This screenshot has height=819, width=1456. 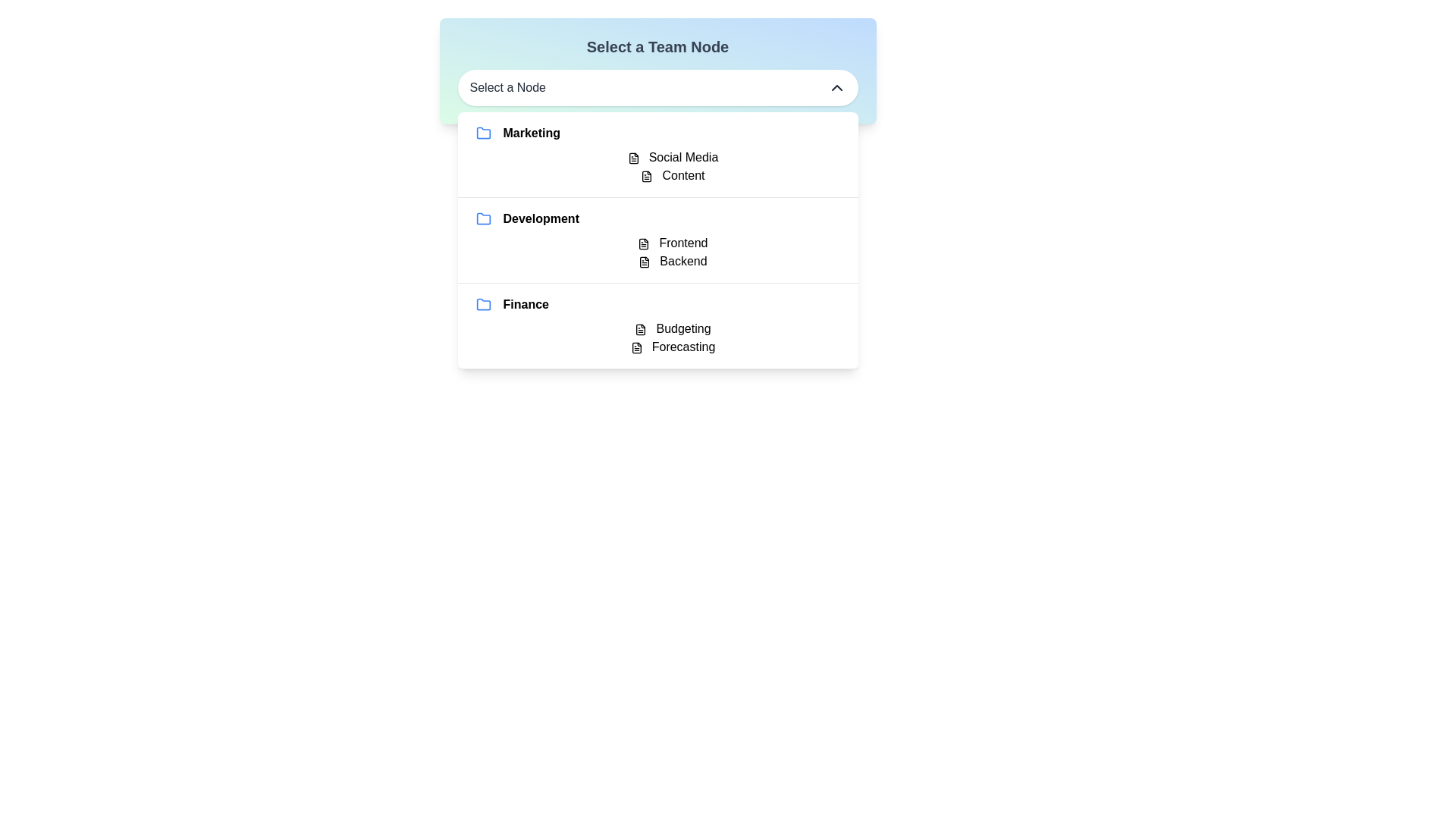 I want to click on the text label that displays the currently selected value in the dropdown menu, so click(x=507, y=87).